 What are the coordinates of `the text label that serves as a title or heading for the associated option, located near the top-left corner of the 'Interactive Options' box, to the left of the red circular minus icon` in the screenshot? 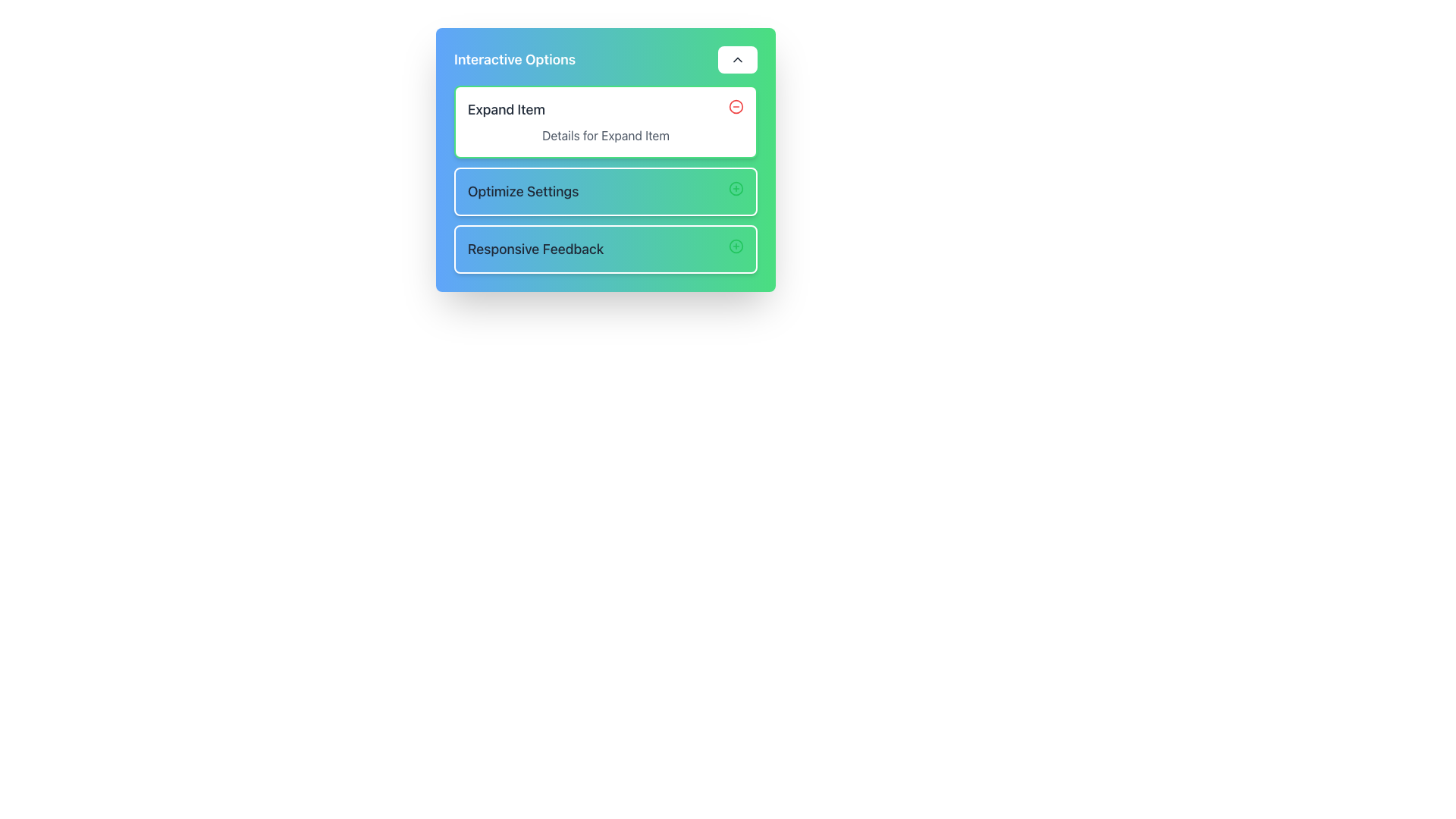 It's located at (506, 109).